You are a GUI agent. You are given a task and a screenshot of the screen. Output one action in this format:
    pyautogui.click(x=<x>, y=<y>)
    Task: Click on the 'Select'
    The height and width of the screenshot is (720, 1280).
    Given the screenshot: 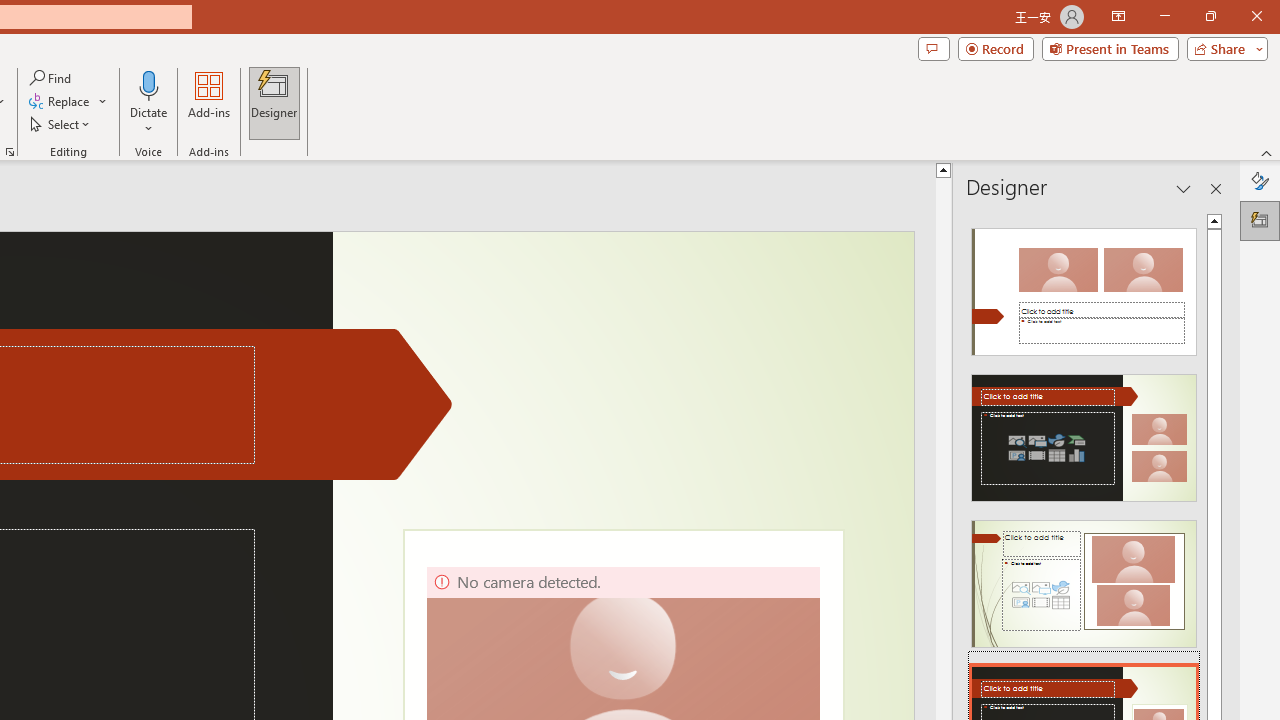 What is the action you would take?
    pyautogui.click(x=61, y=124)
    